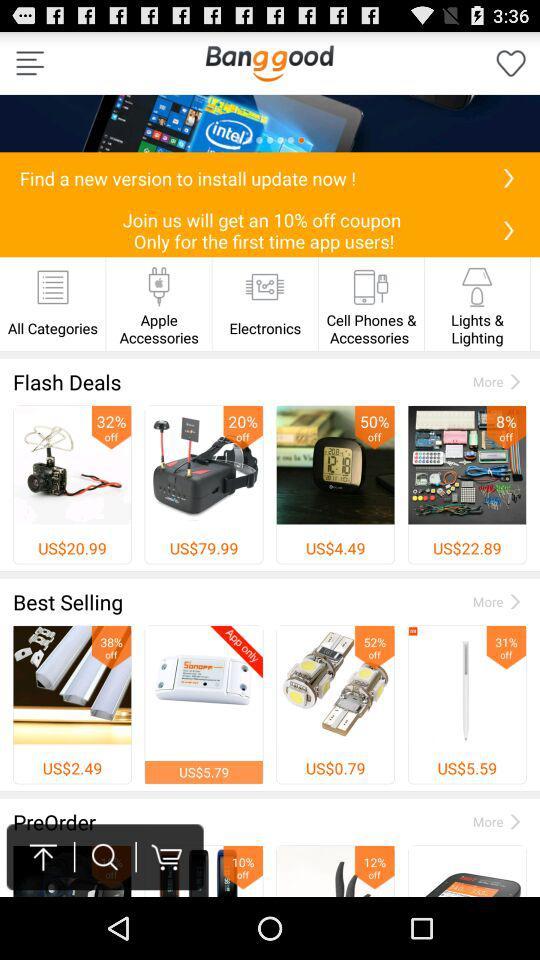  Describe the element at coordinates (508, 176) in the screenshot. I see `link to update page` at that location.